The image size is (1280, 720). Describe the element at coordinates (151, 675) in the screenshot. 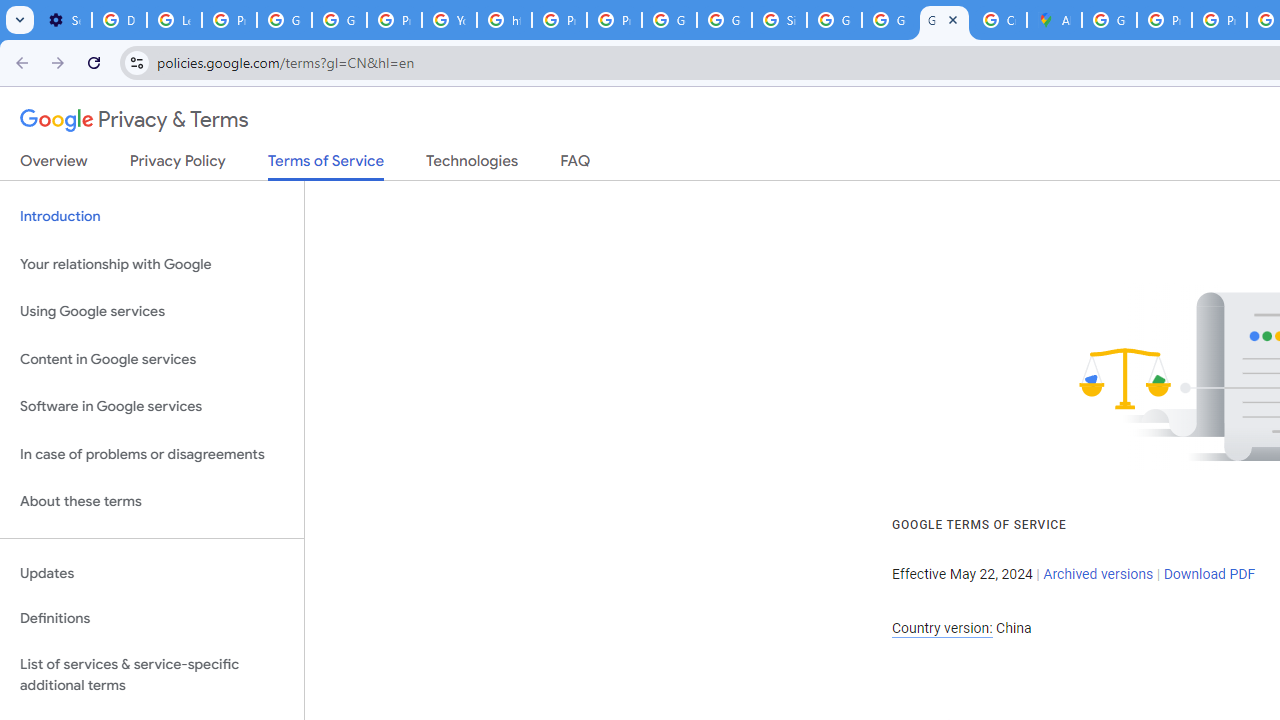

I see `'List of services & service-specific additional terms'` at that location.